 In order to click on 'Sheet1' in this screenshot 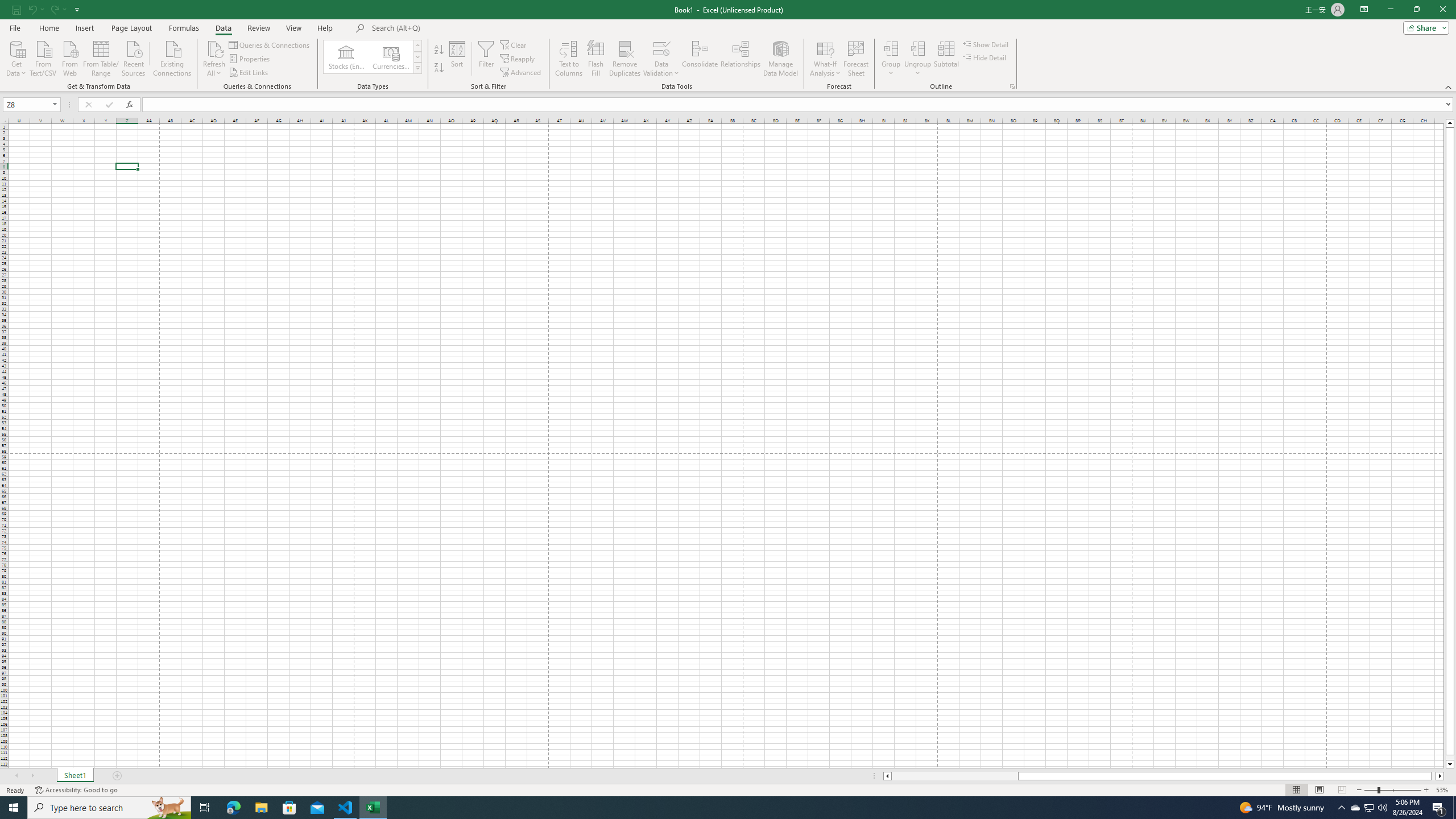, I will do `click(74, 775)`.